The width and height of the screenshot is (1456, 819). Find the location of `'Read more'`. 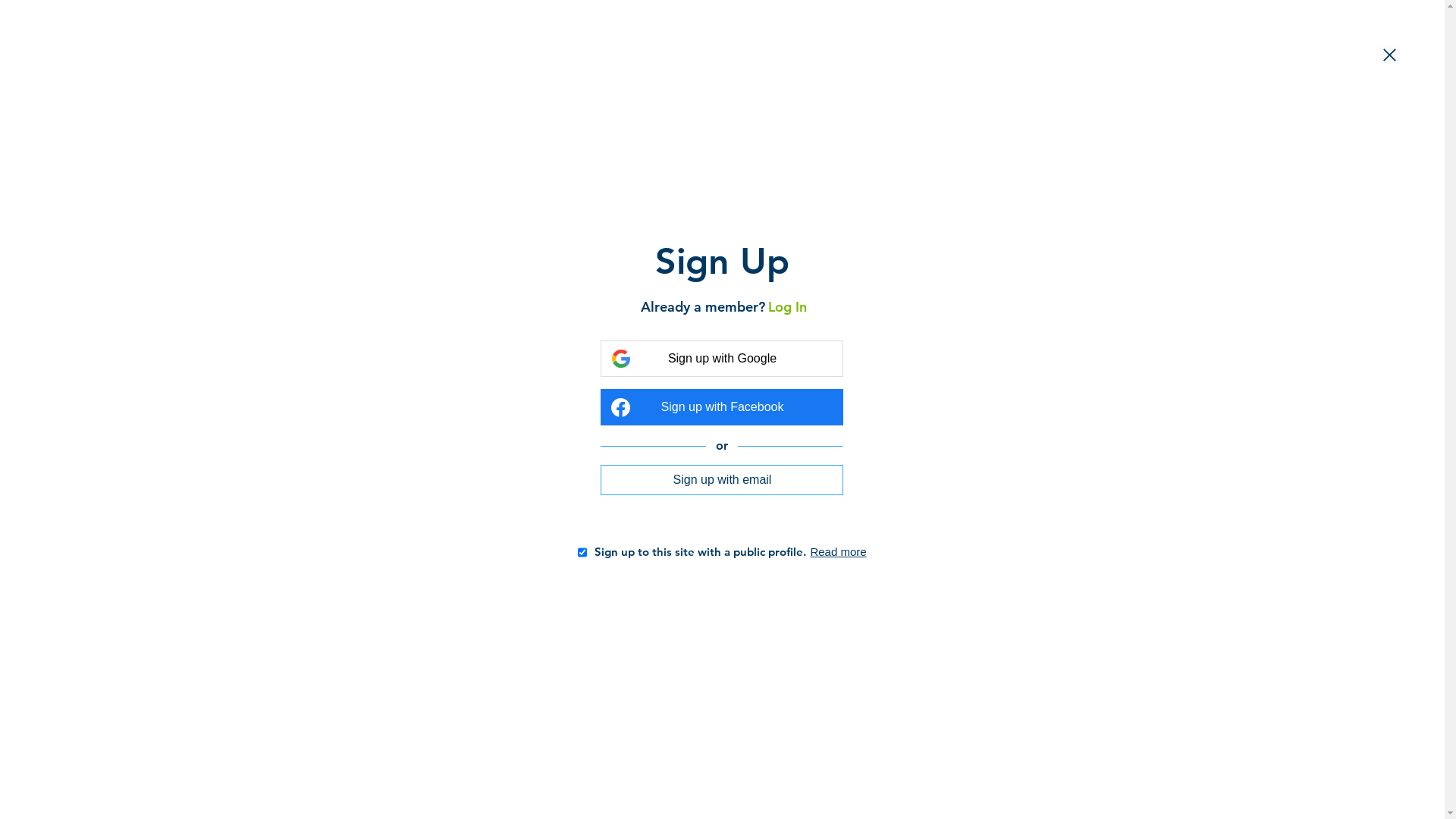

'Read more' is located at coordinates (836, 551).